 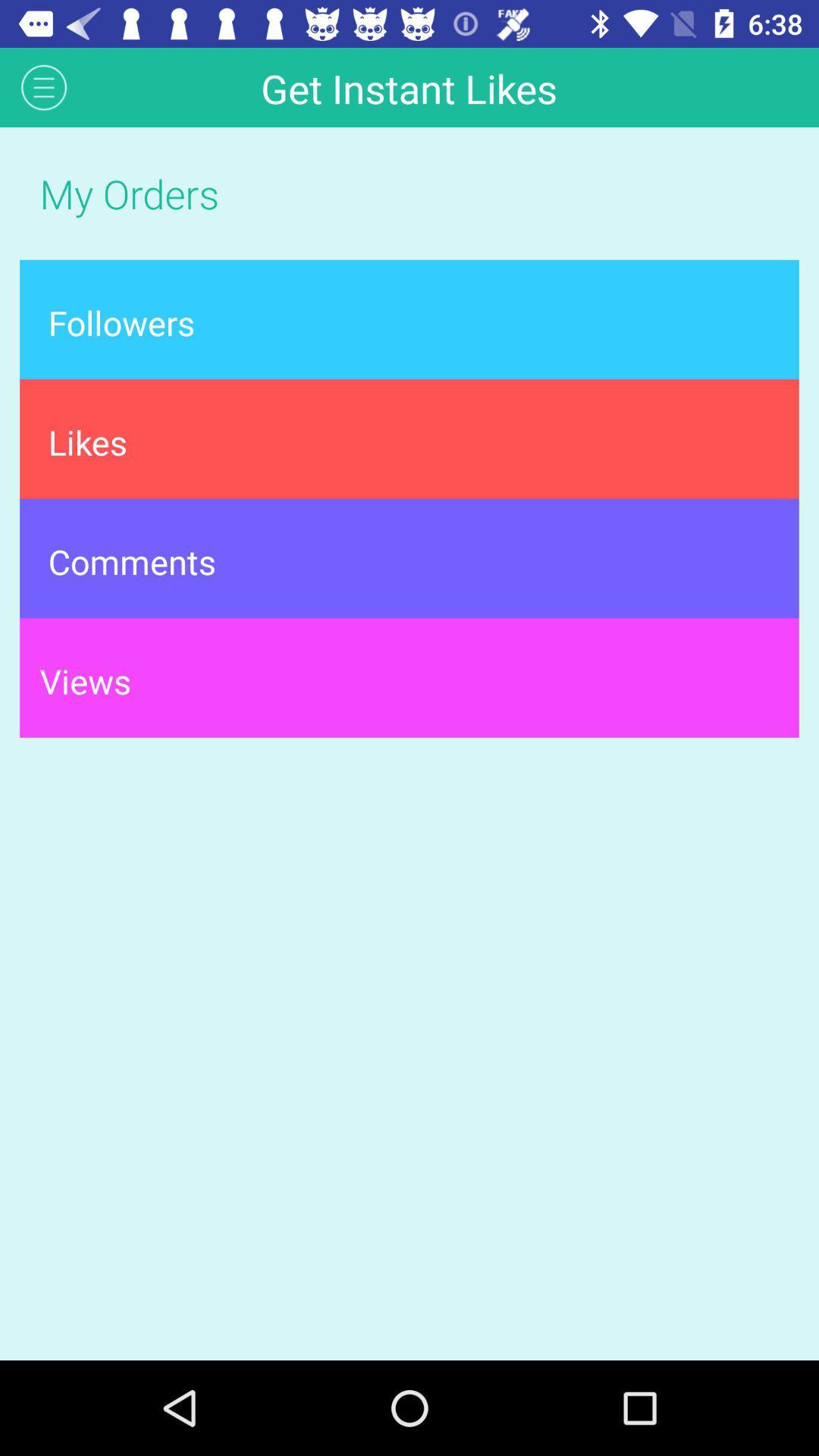 I want to click on item below the  likes icon, so click(x=409, y=557).